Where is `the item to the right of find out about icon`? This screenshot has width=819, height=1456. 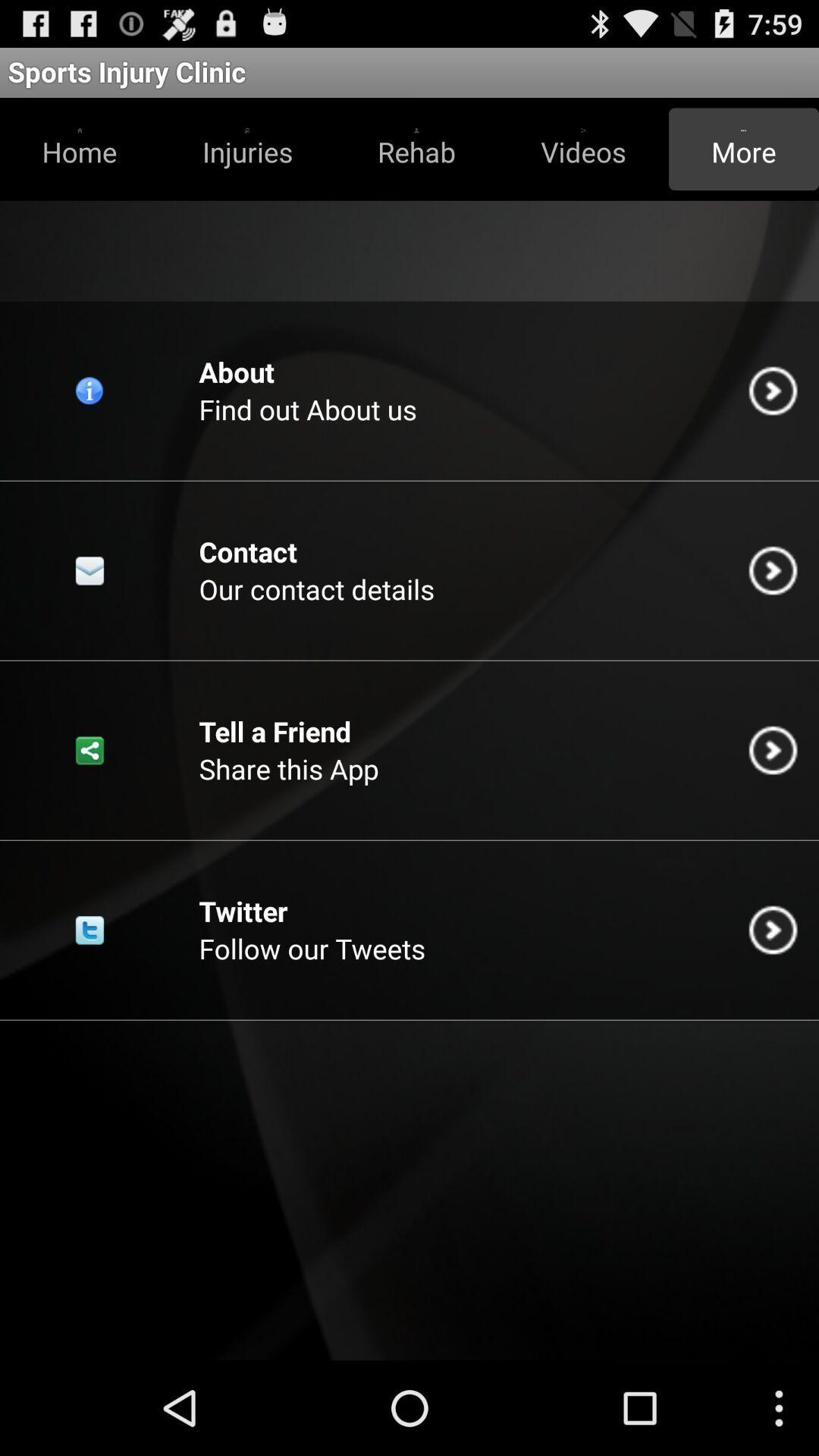
the item to the right of find out about icon is located at coordinates (773, 391).